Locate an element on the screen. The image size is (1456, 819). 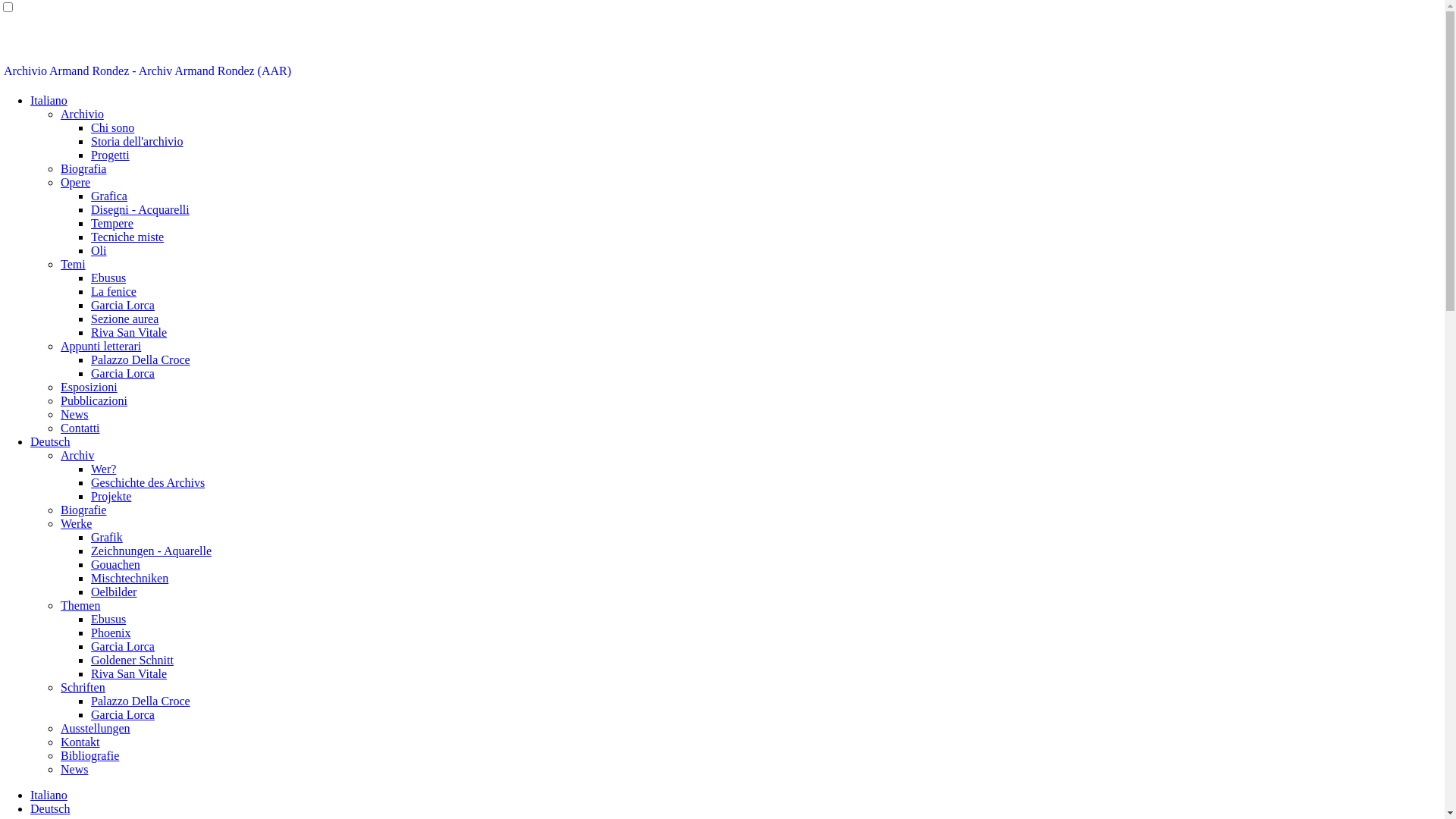
'Deutsch' is located at coordinates (50, 441).